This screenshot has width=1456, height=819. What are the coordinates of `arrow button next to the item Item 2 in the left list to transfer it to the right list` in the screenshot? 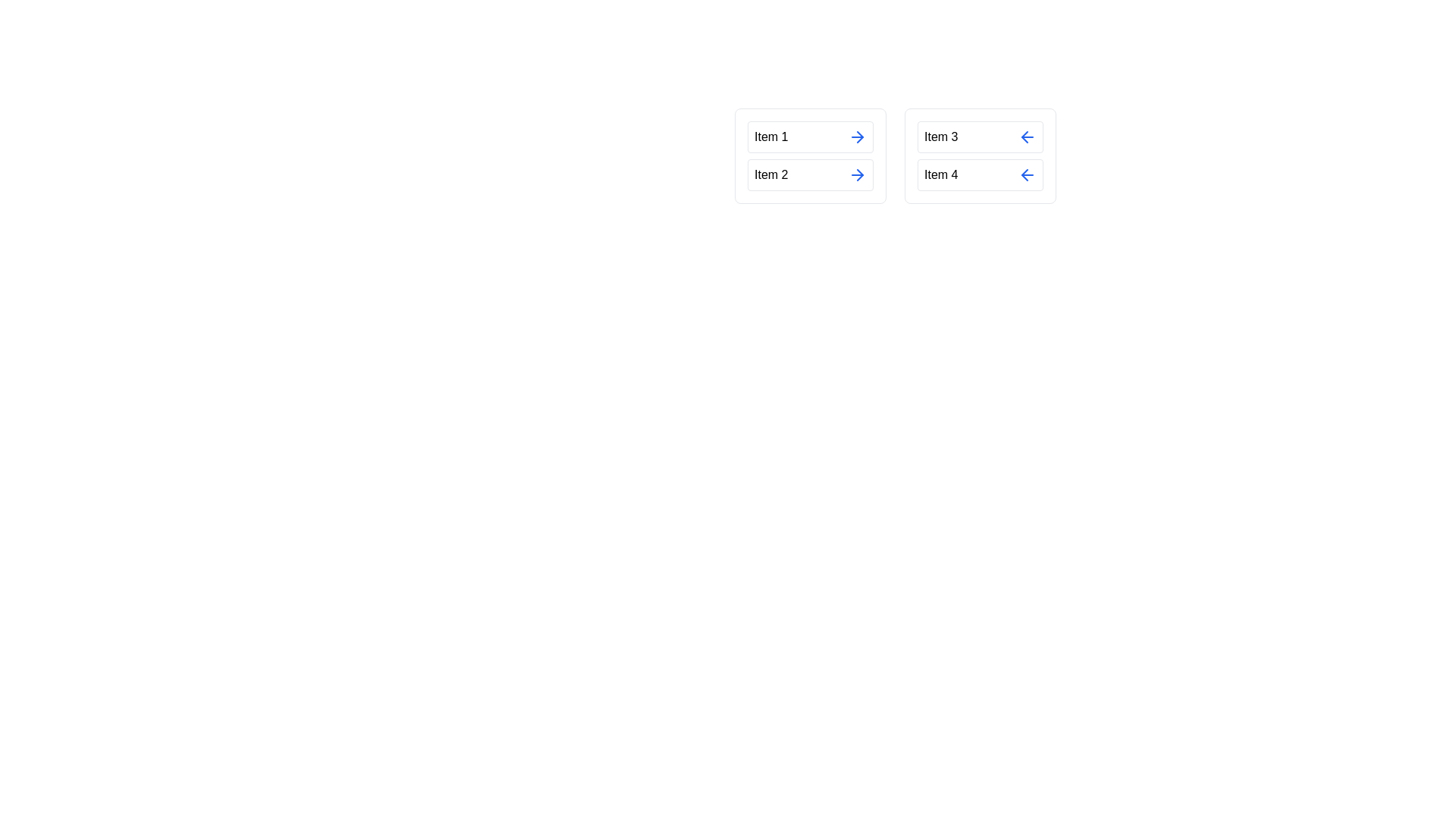 It's located at (858, 174).